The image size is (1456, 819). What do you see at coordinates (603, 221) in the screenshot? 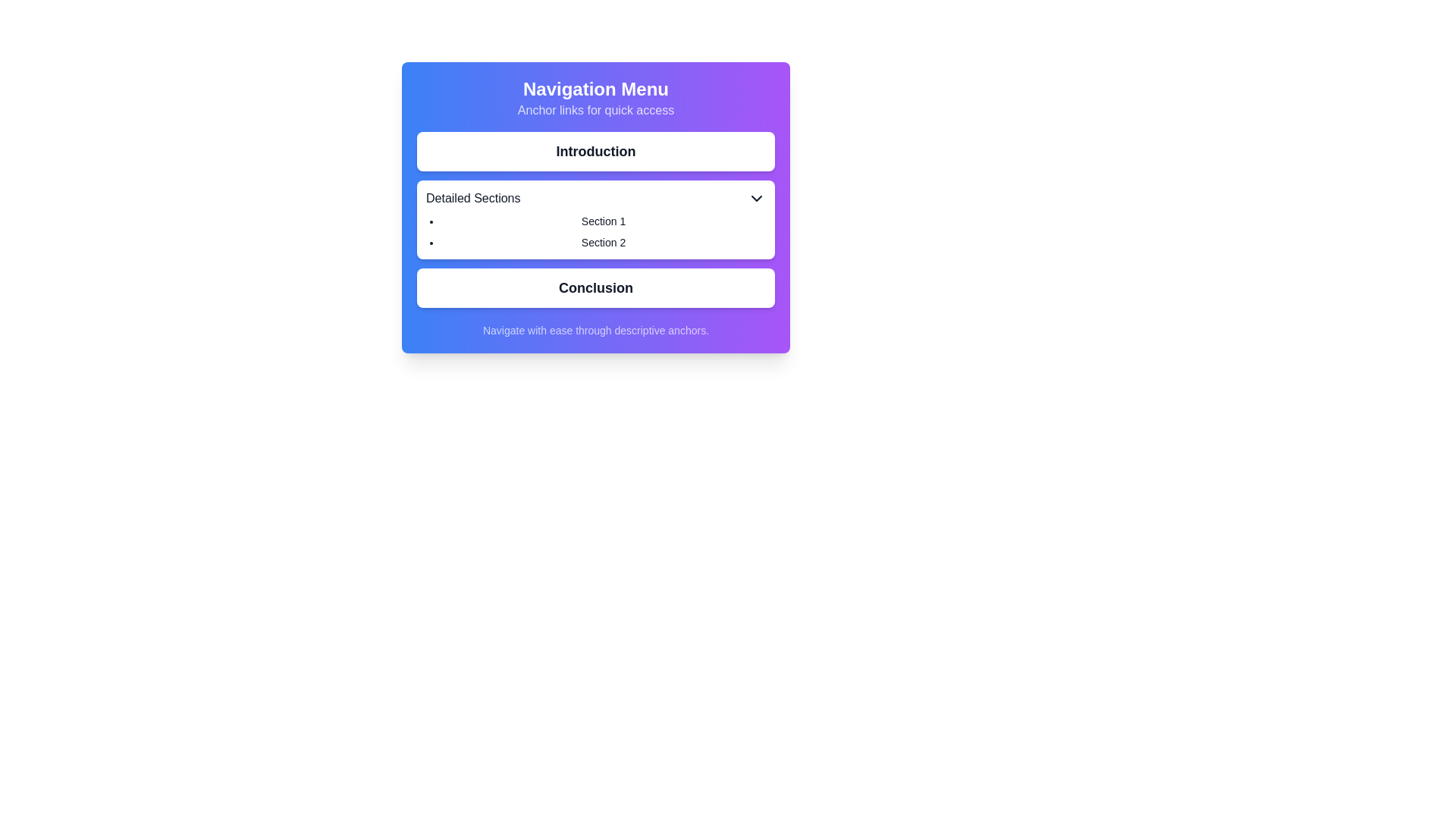
I see `the text-based link labeled 'Section 1'` at bounding box center [603, 221].